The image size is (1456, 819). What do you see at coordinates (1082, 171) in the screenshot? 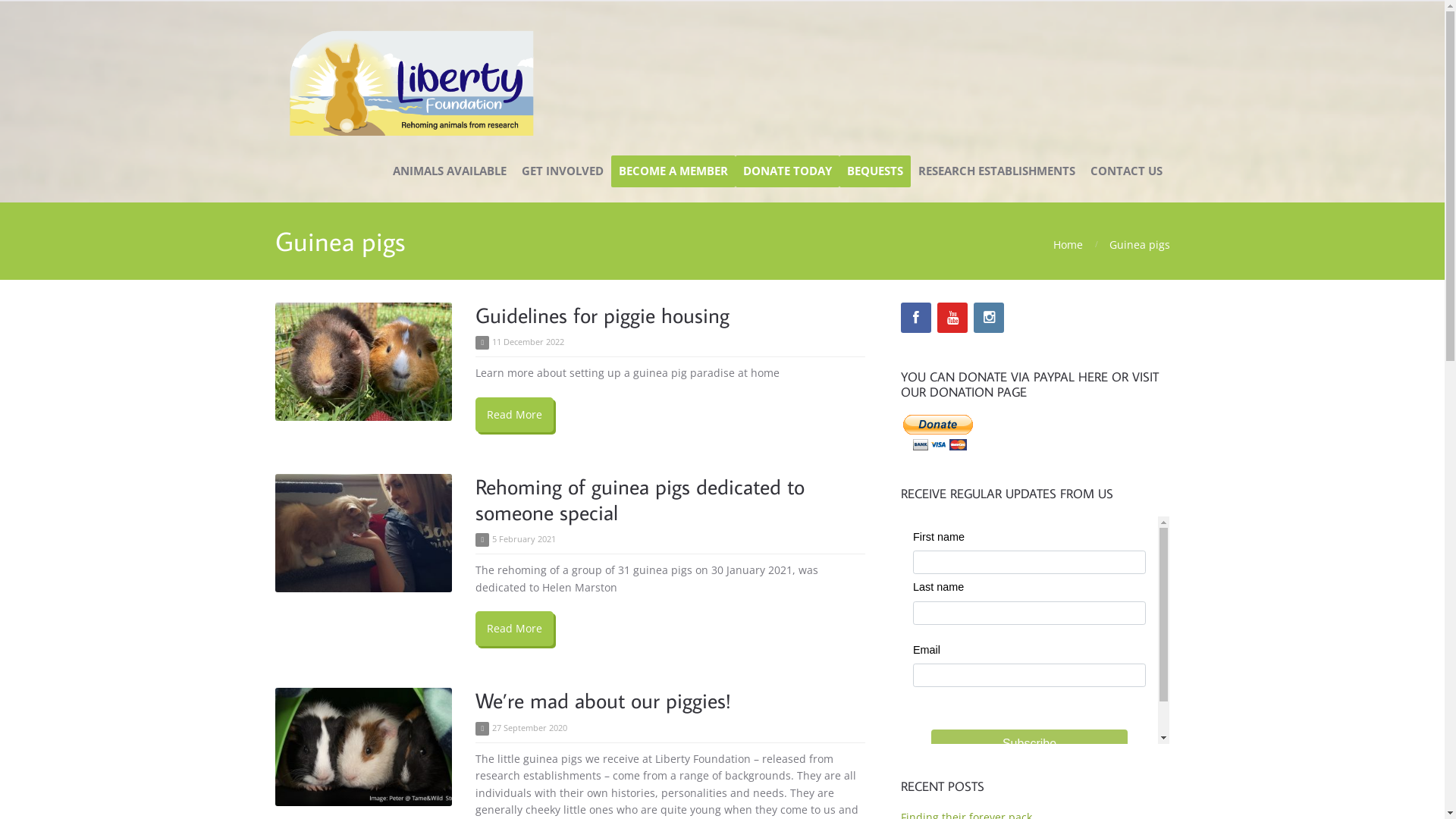
I see `'CONTACT US'` at bounding box center [1082, 171].